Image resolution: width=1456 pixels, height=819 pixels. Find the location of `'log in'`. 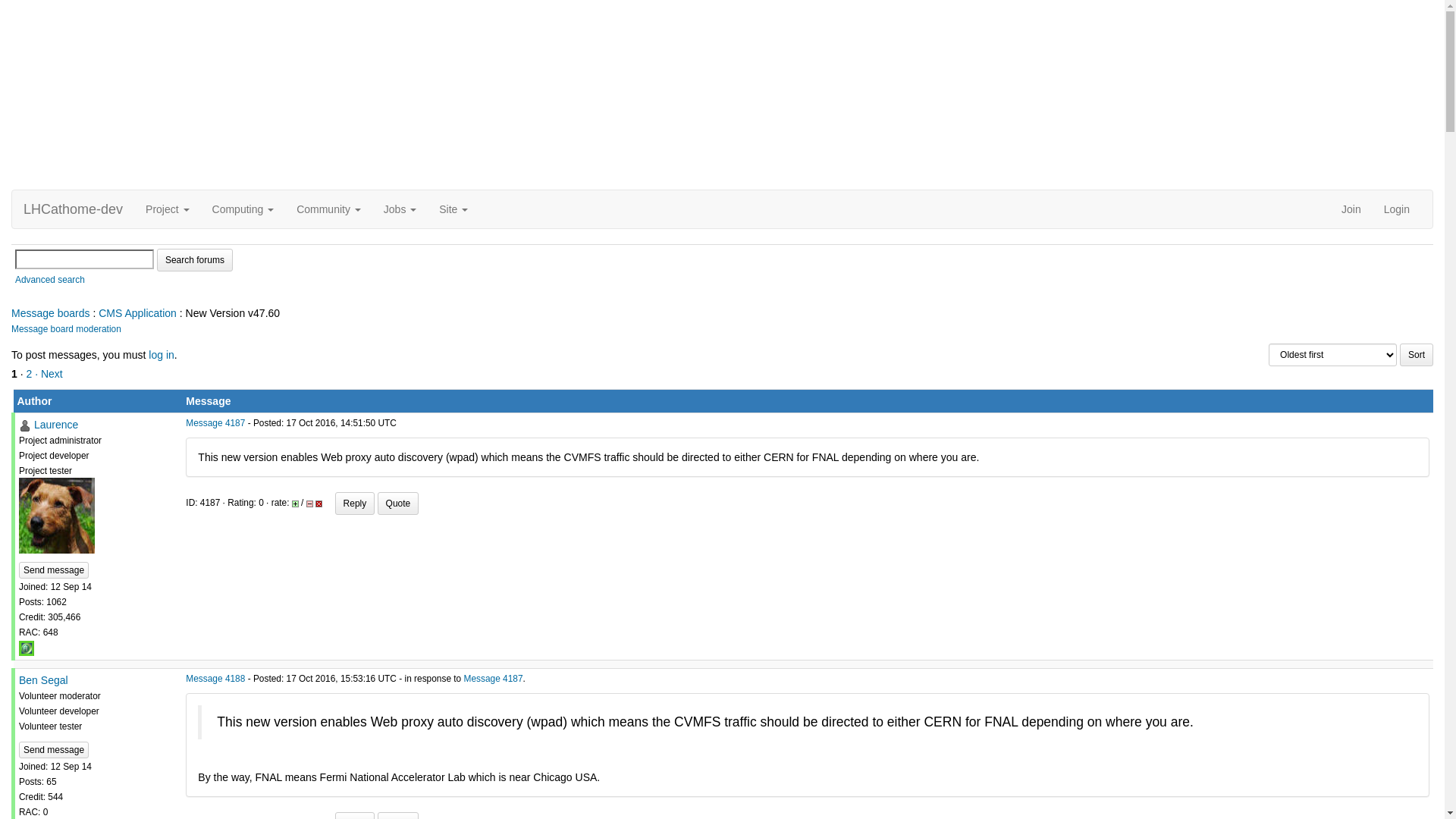

'log in' is located at coordinates (161, 354).